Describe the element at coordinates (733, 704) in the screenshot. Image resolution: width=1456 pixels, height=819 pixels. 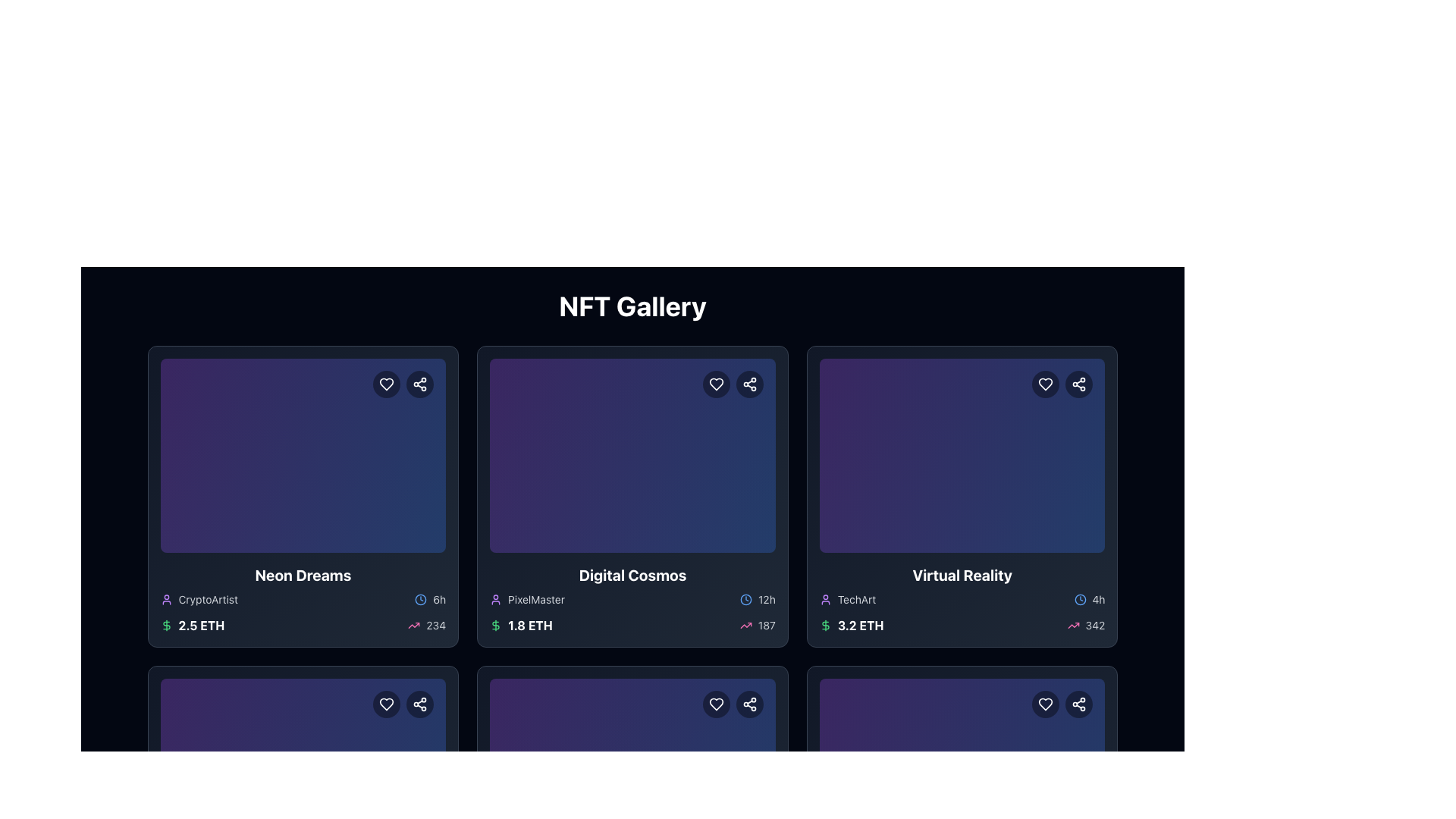
I see `the left 'like' button in the interactive button group located at the top-right corner of the card section to favorite the content` at that location.